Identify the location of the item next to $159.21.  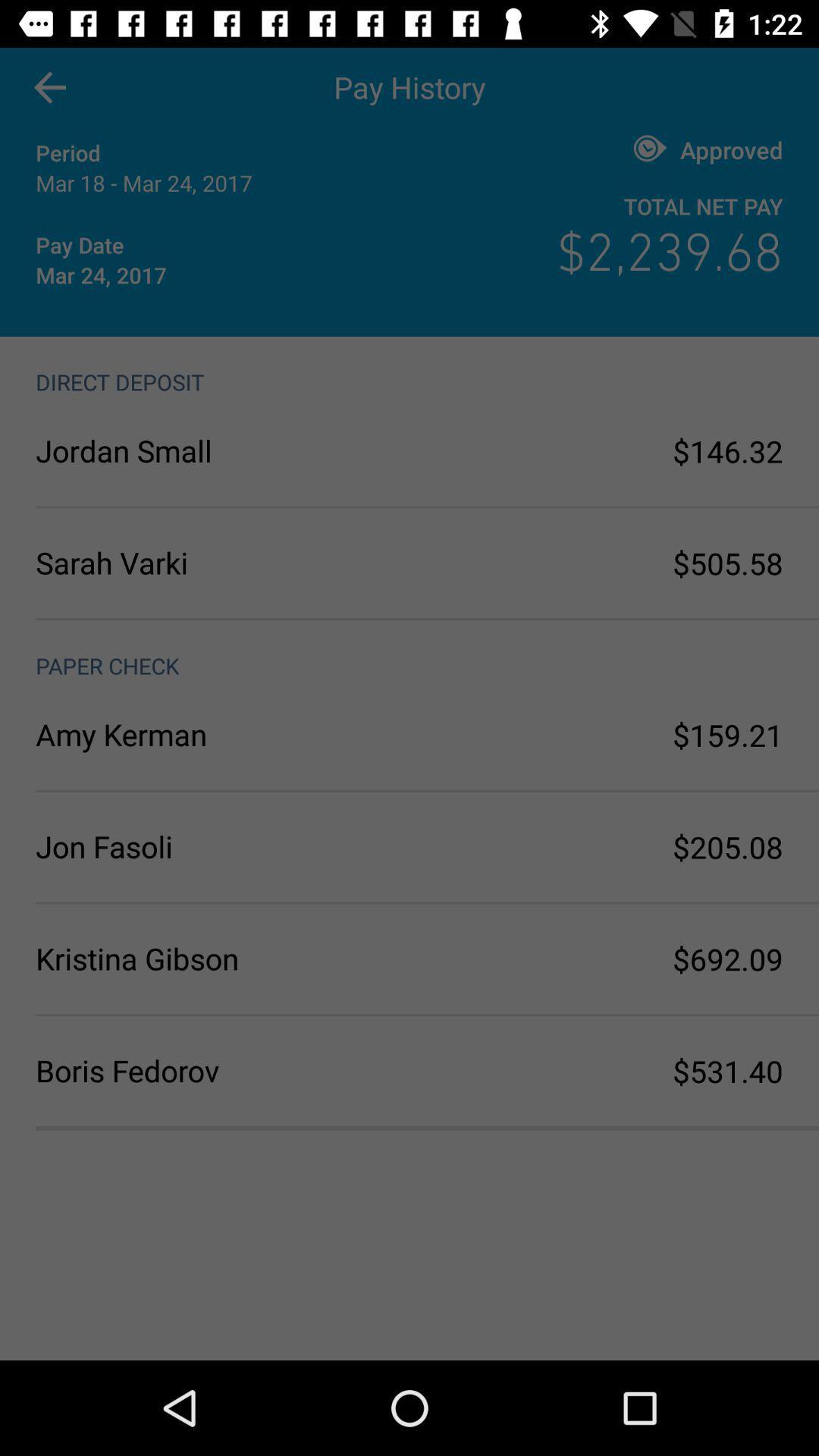
(222, 734).